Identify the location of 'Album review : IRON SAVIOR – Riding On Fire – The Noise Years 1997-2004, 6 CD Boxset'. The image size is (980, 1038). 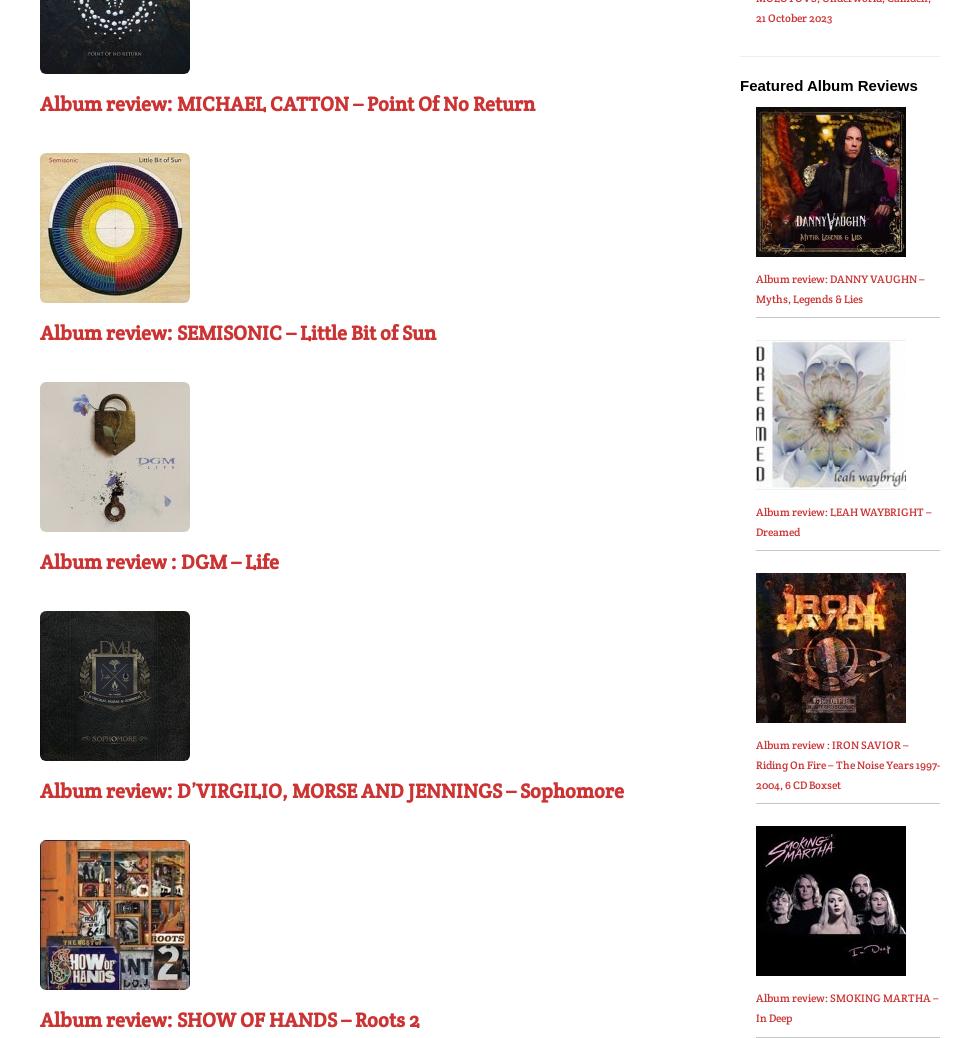
(847, 764).